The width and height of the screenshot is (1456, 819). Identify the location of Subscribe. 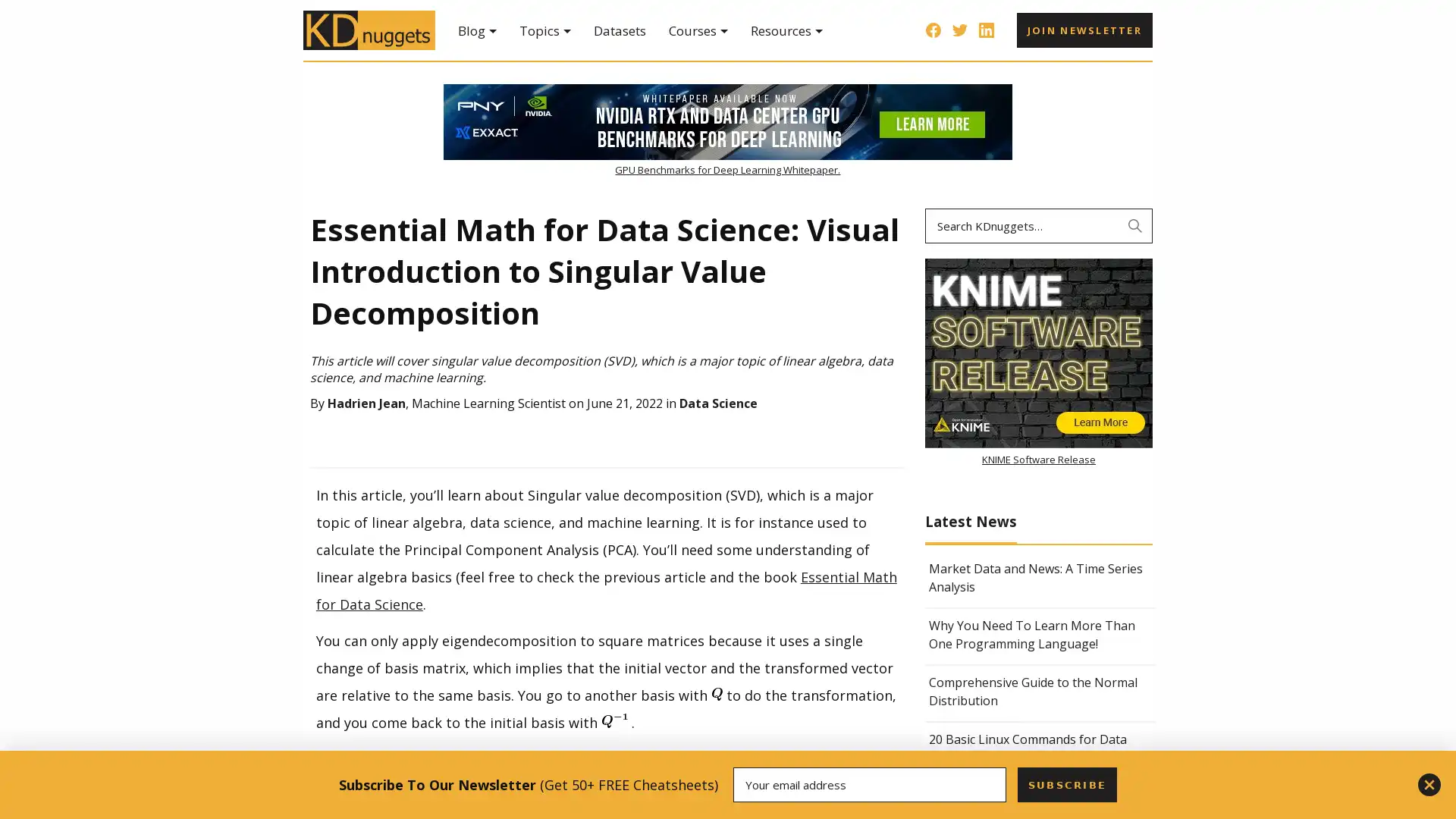
(1065, 784).